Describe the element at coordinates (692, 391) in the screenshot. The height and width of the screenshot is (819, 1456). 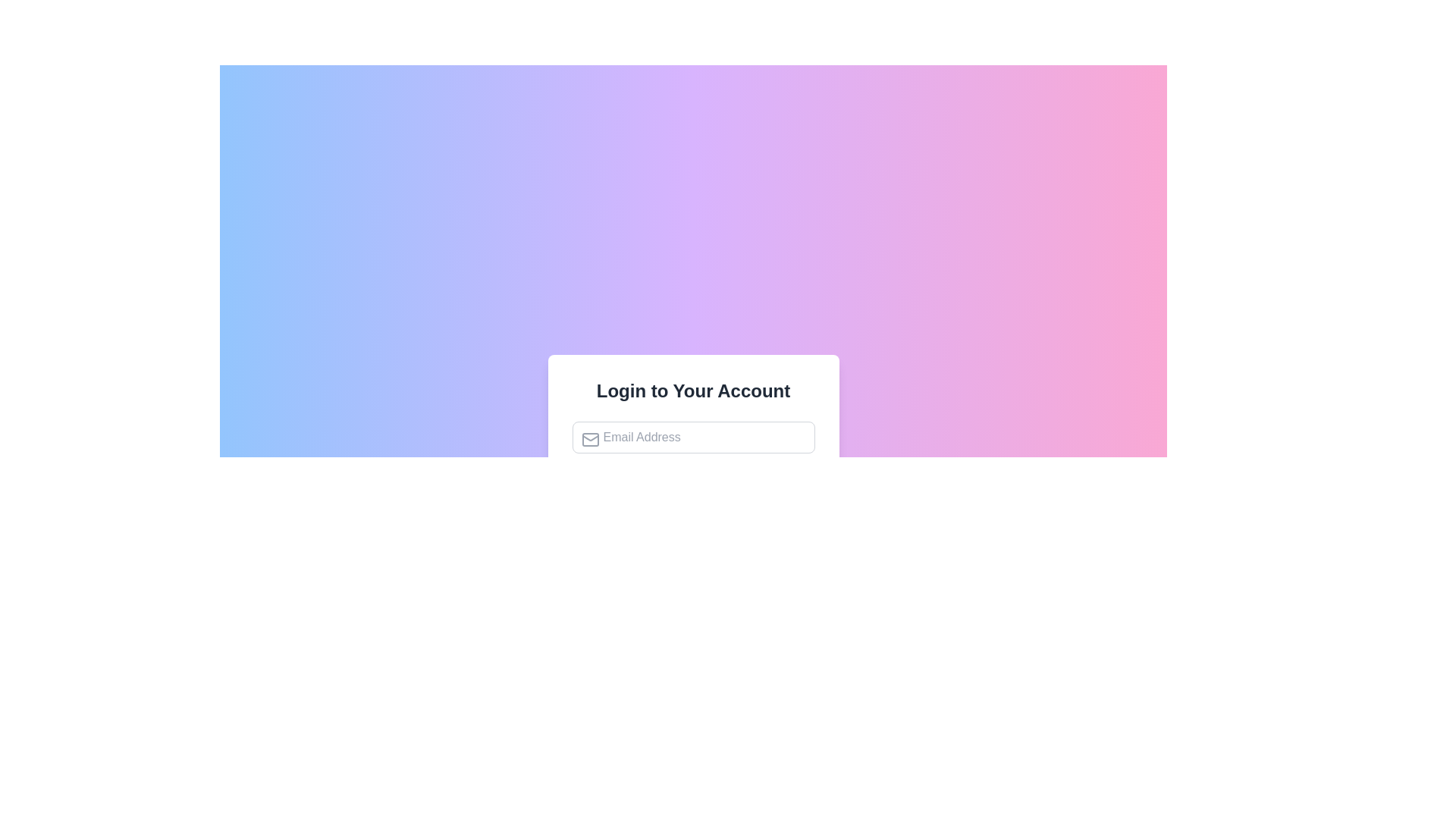
I see `the centered text label element that displays 'Login to Your Account', which is a bold, dark grey header located at the top of a white rectangular background box` at that location.